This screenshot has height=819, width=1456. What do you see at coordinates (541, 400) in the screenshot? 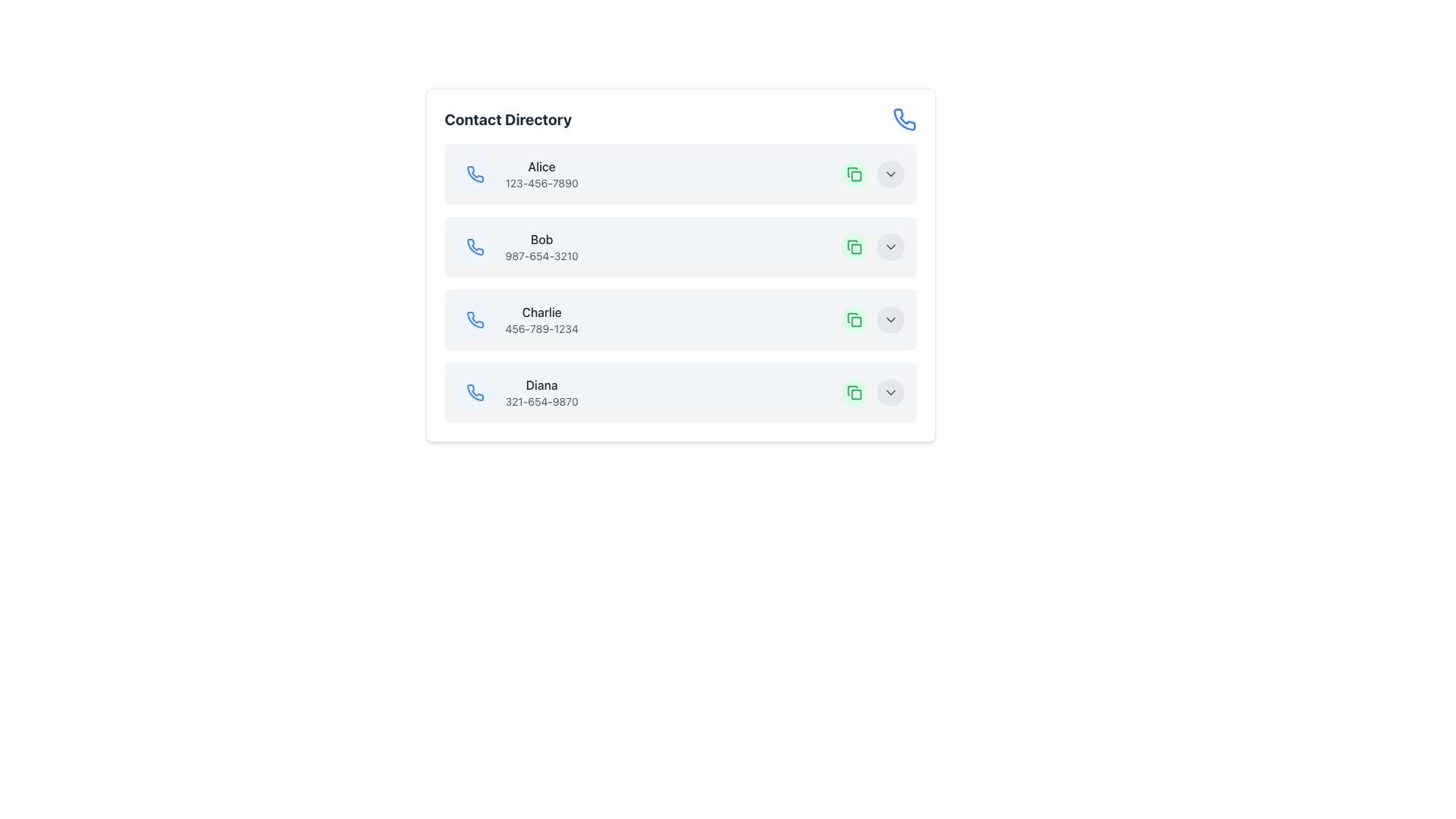
I see `the Static Text displaying the phone number '321-654-9870' located under the name 'Diana' in the fourth entry of the contact list` at bounding box center [541, 400].